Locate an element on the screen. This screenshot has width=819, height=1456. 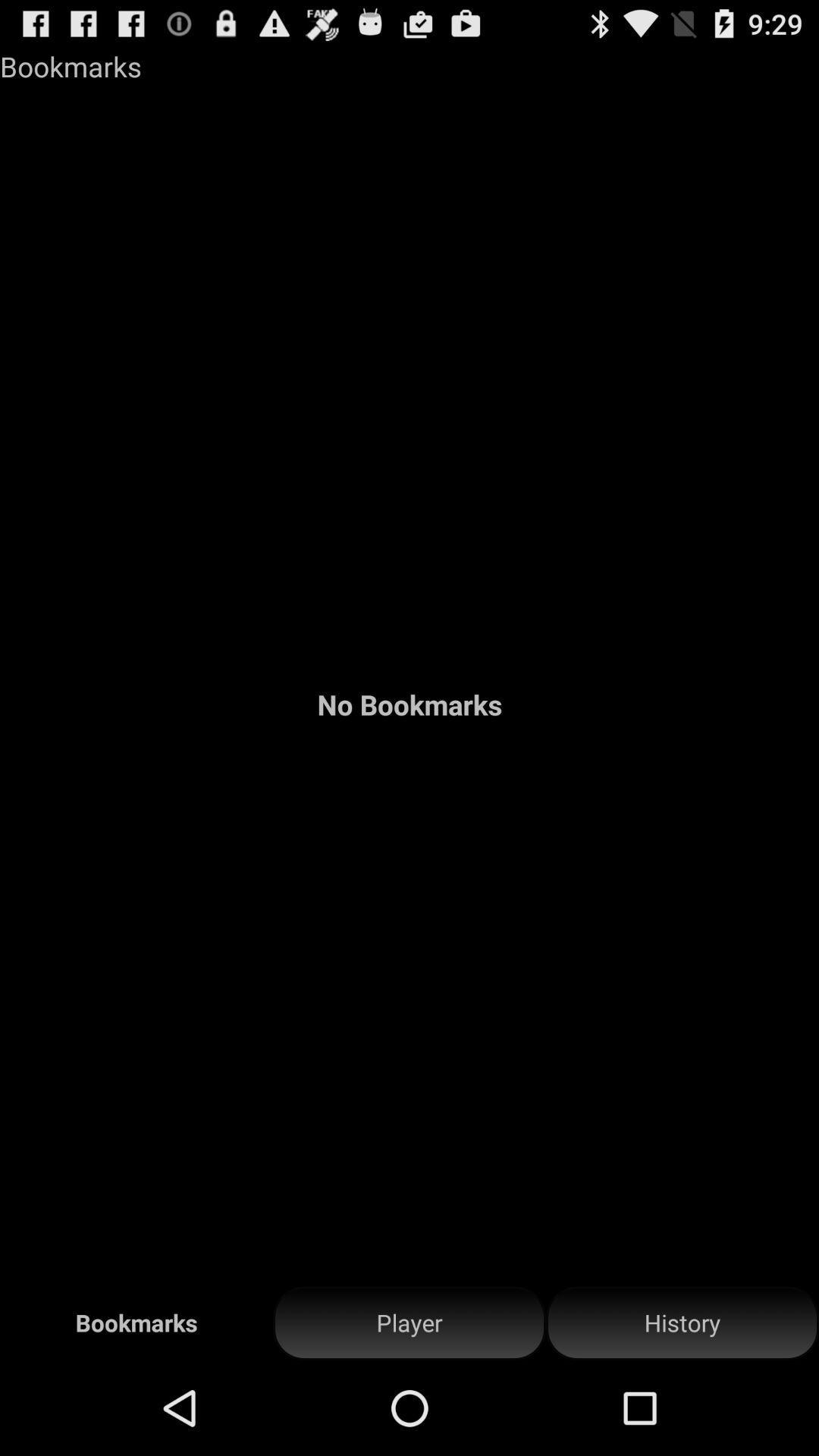
the history item is located at coordinates (681, 1323).